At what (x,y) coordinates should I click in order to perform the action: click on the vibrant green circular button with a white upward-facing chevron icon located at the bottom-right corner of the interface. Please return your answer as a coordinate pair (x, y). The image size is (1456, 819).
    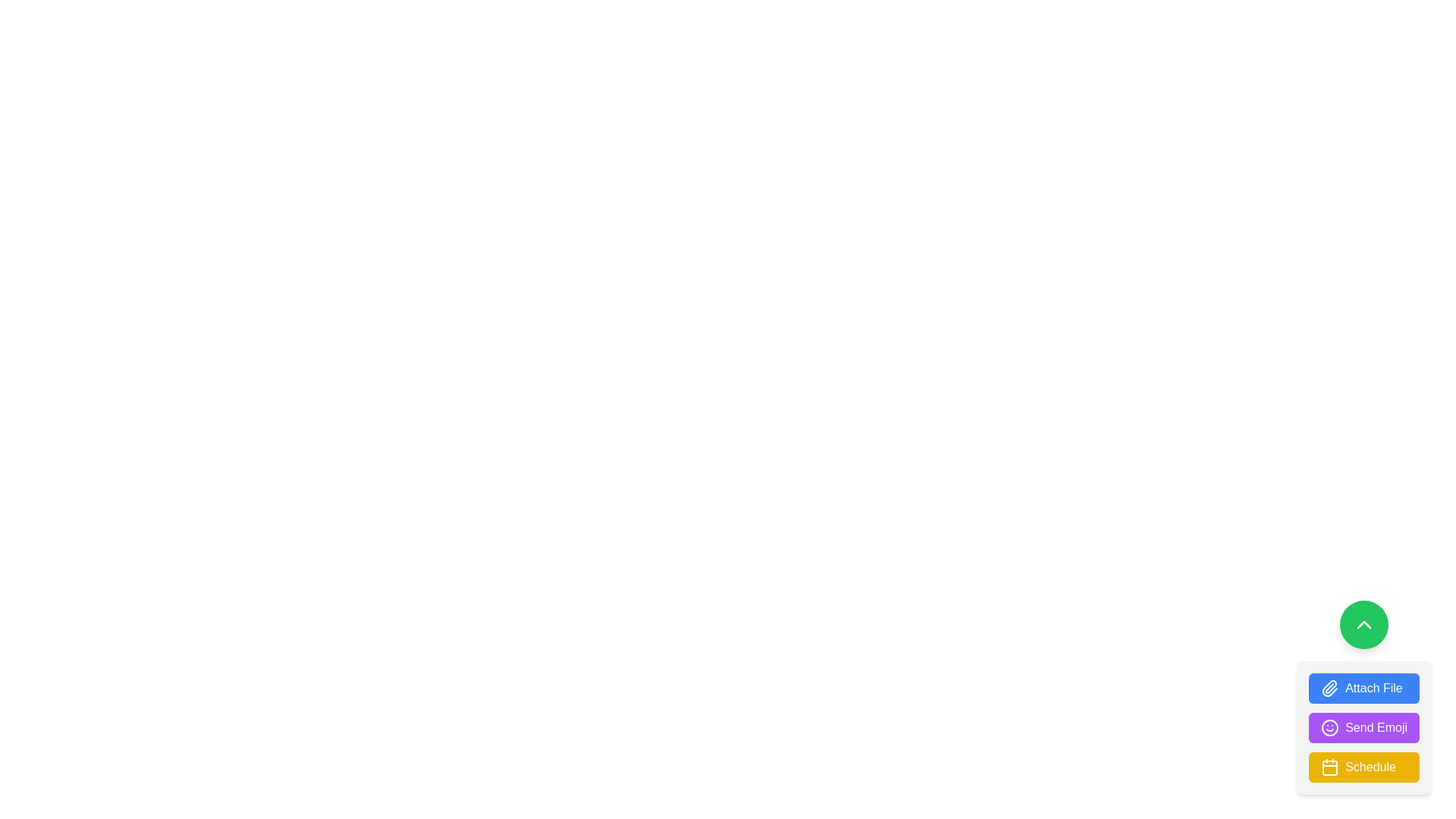
    Looking at the image, I should click on (1364, 625).